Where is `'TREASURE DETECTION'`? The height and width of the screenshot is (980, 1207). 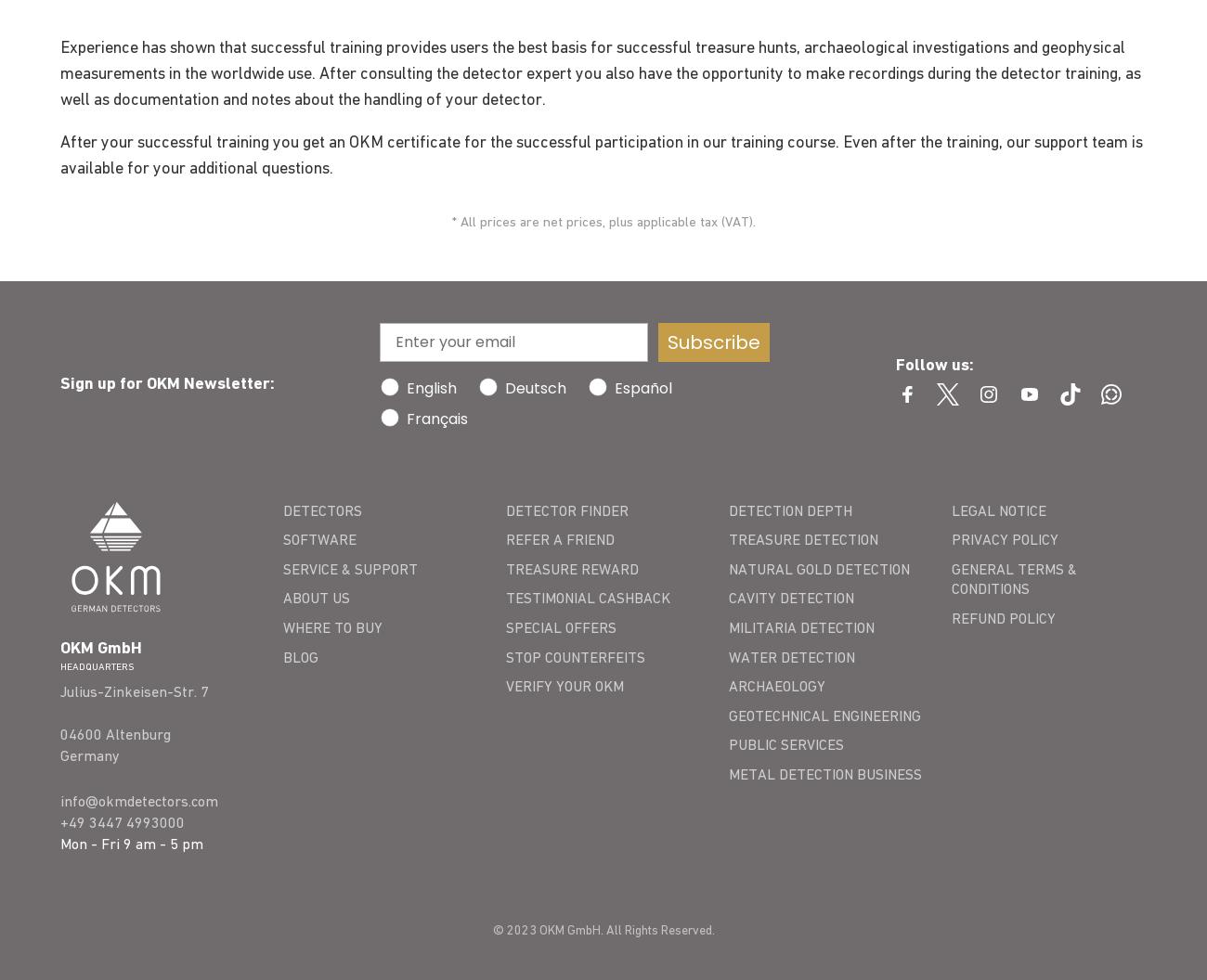 'TREASURE DETECTION' is located at coordinates (803, 539).